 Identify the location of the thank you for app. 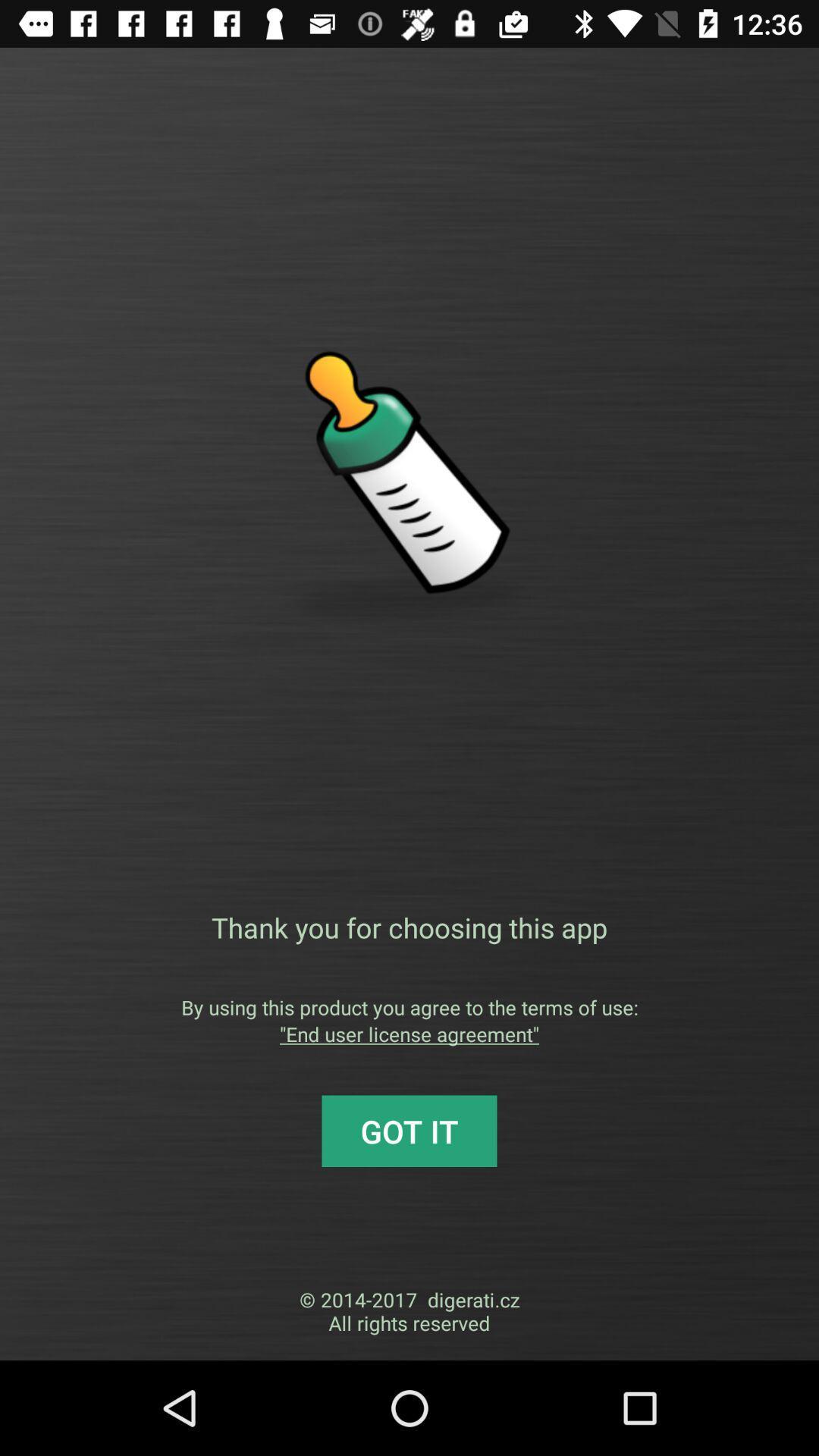
(409, 927).